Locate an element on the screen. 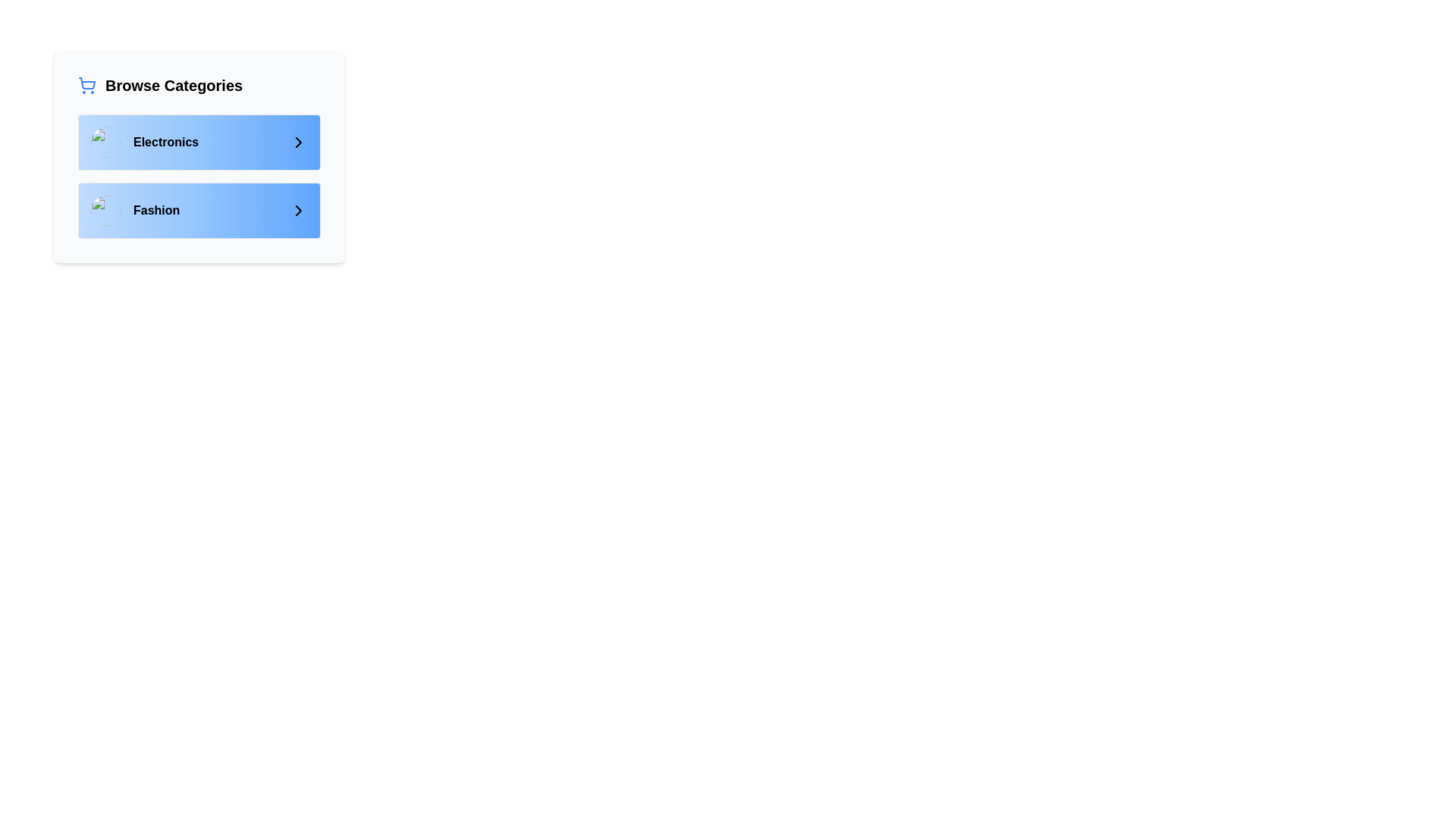 Image resolution: width=1456 pixels, height=819 pixels. the Chevron icon for the 'Fashion' category, located at the far-right side of the row labeled 'Fashion' in the 'Browse Categories' section, to indicate focus is located at coordinates (298, 210).